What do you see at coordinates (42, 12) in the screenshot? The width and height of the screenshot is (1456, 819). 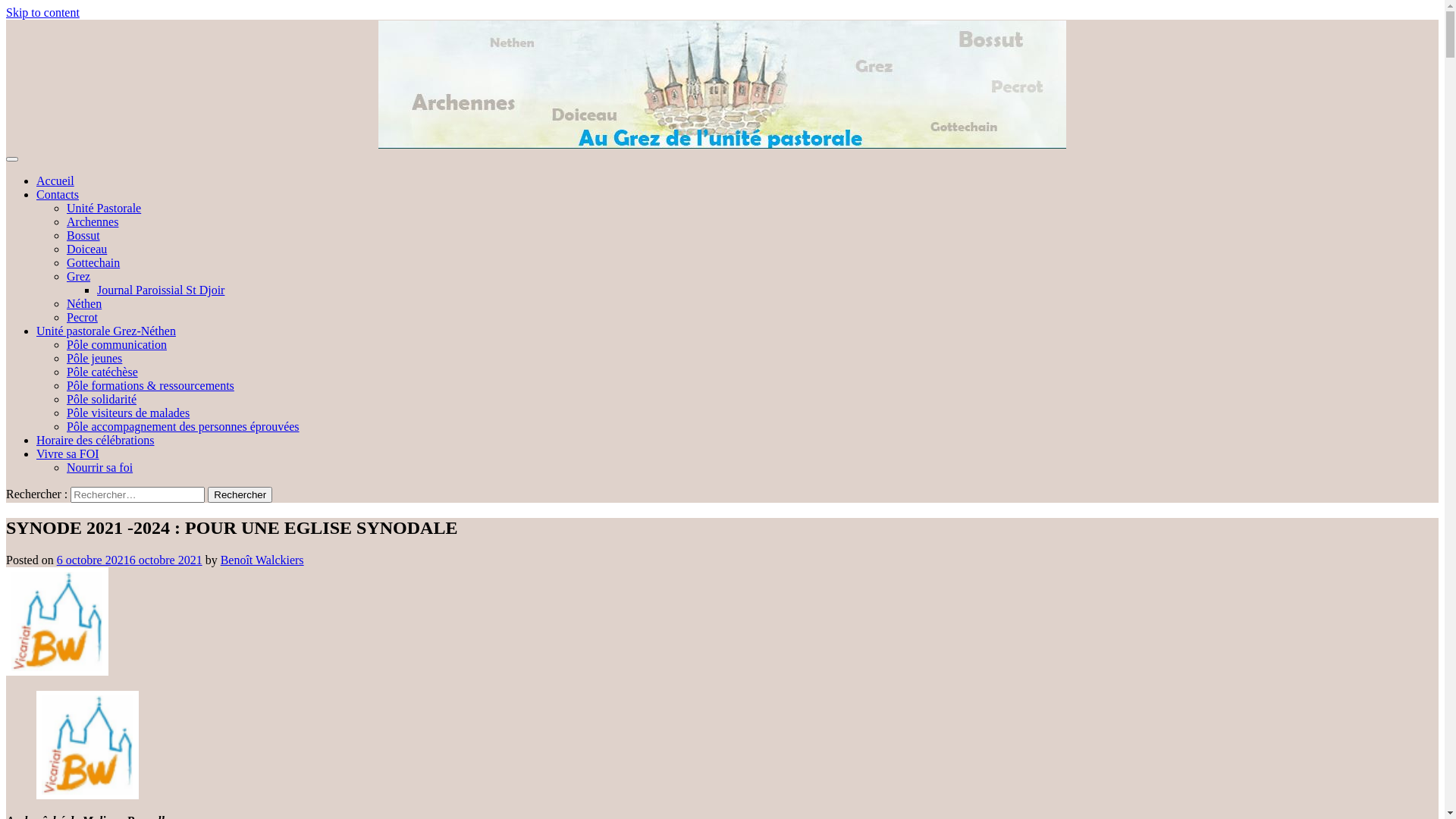 I see `'Skip to content'` at bounding box center [42, 12].